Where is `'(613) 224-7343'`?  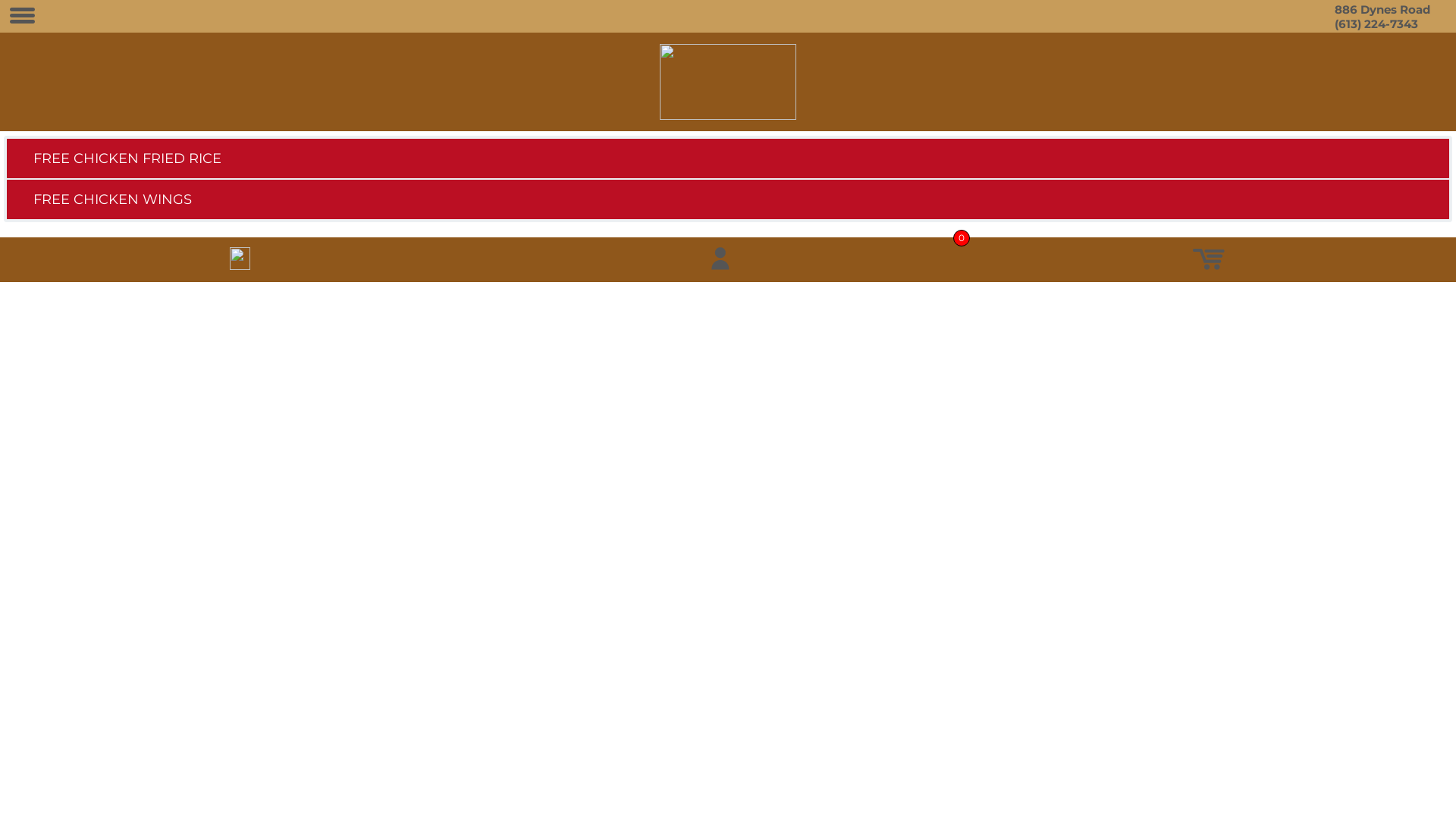
'(613) 224-7343' is located at coordinates (1376, 24).